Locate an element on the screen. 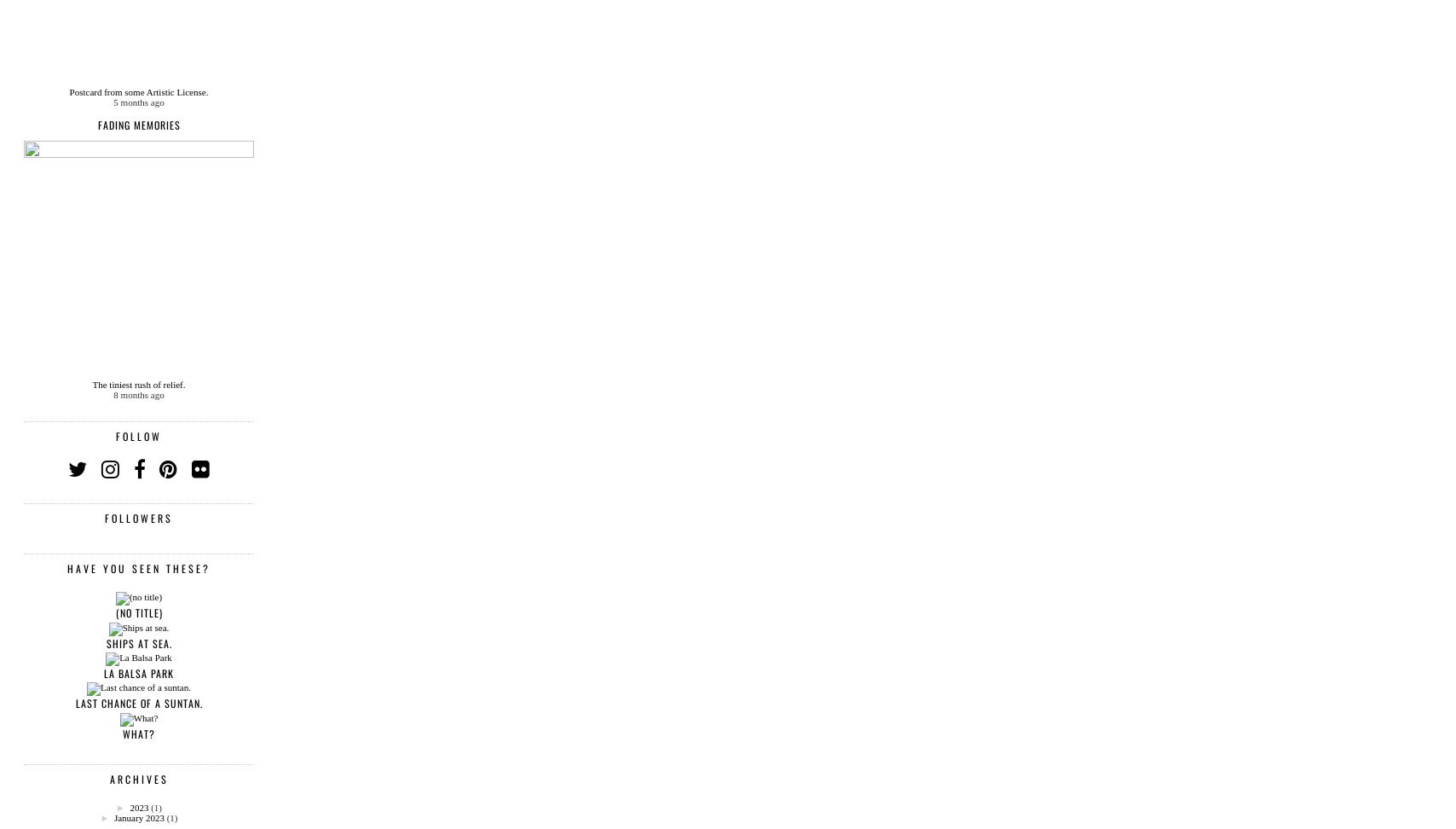 This screenshot has width=1456, height=829. 'Follow' is located at coordinates (138, 436).